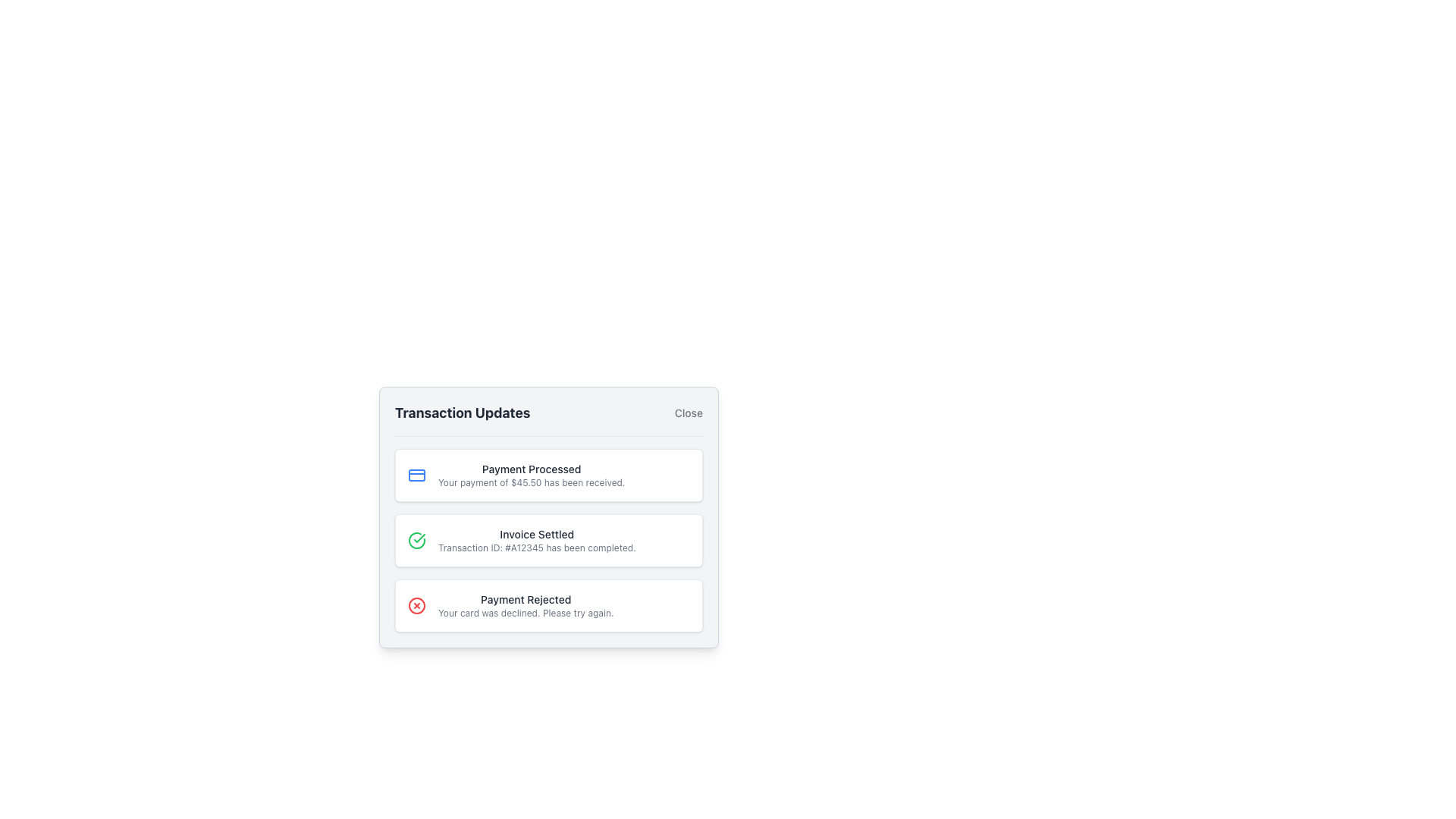 Image resolution: width=1456 pixels, height=819 pixels. What do you see at coordinates (526, 613) in the screenshot?
I see `text content of the small-sized text snippet that says 'Your card was declined. Please try again.' which is positioned below the 'Payment Rejected' heading in the transaction updates section` at bounding box center [526, 613].